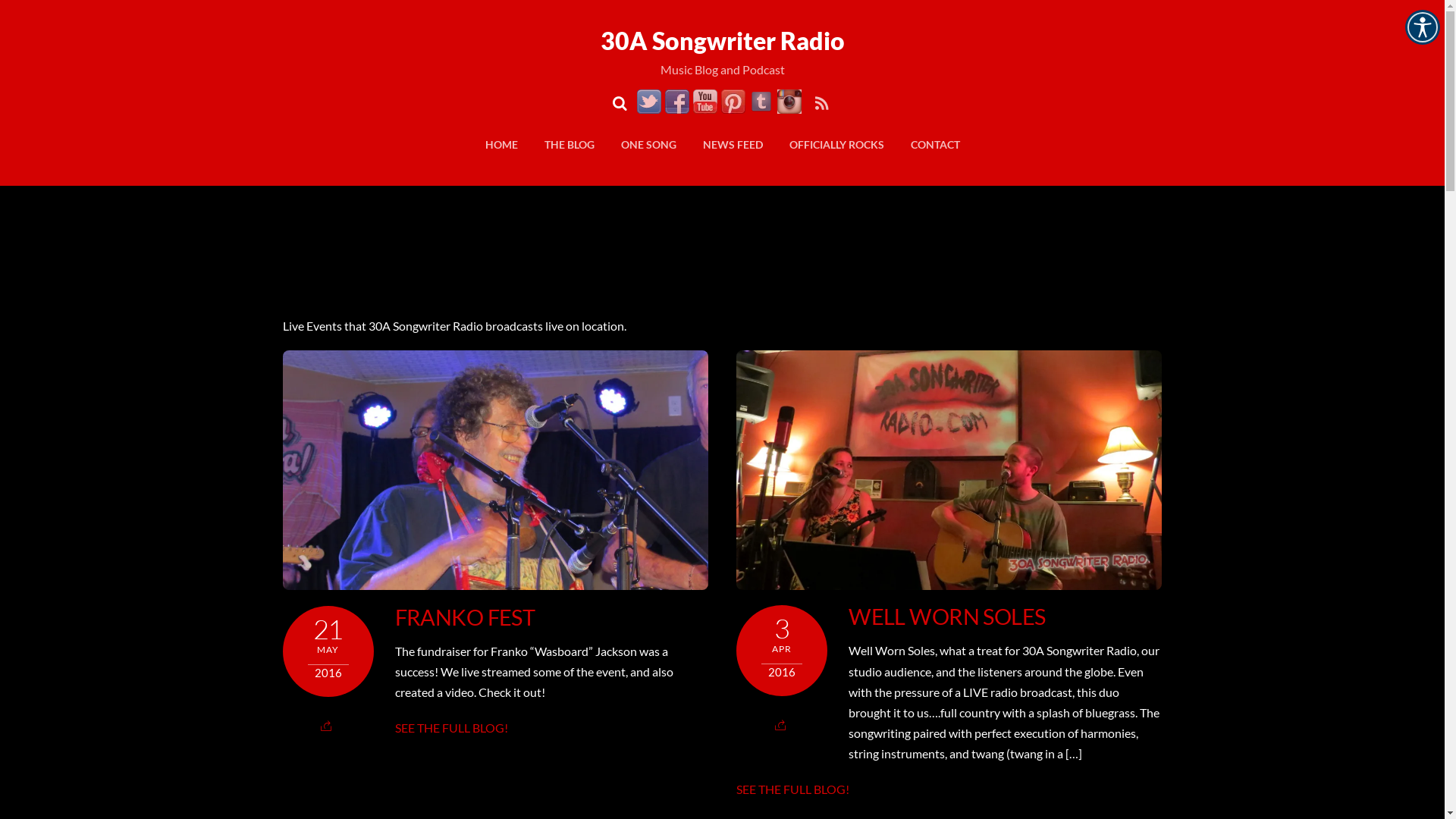  I want to click on 'RSS', so click(821, 102).